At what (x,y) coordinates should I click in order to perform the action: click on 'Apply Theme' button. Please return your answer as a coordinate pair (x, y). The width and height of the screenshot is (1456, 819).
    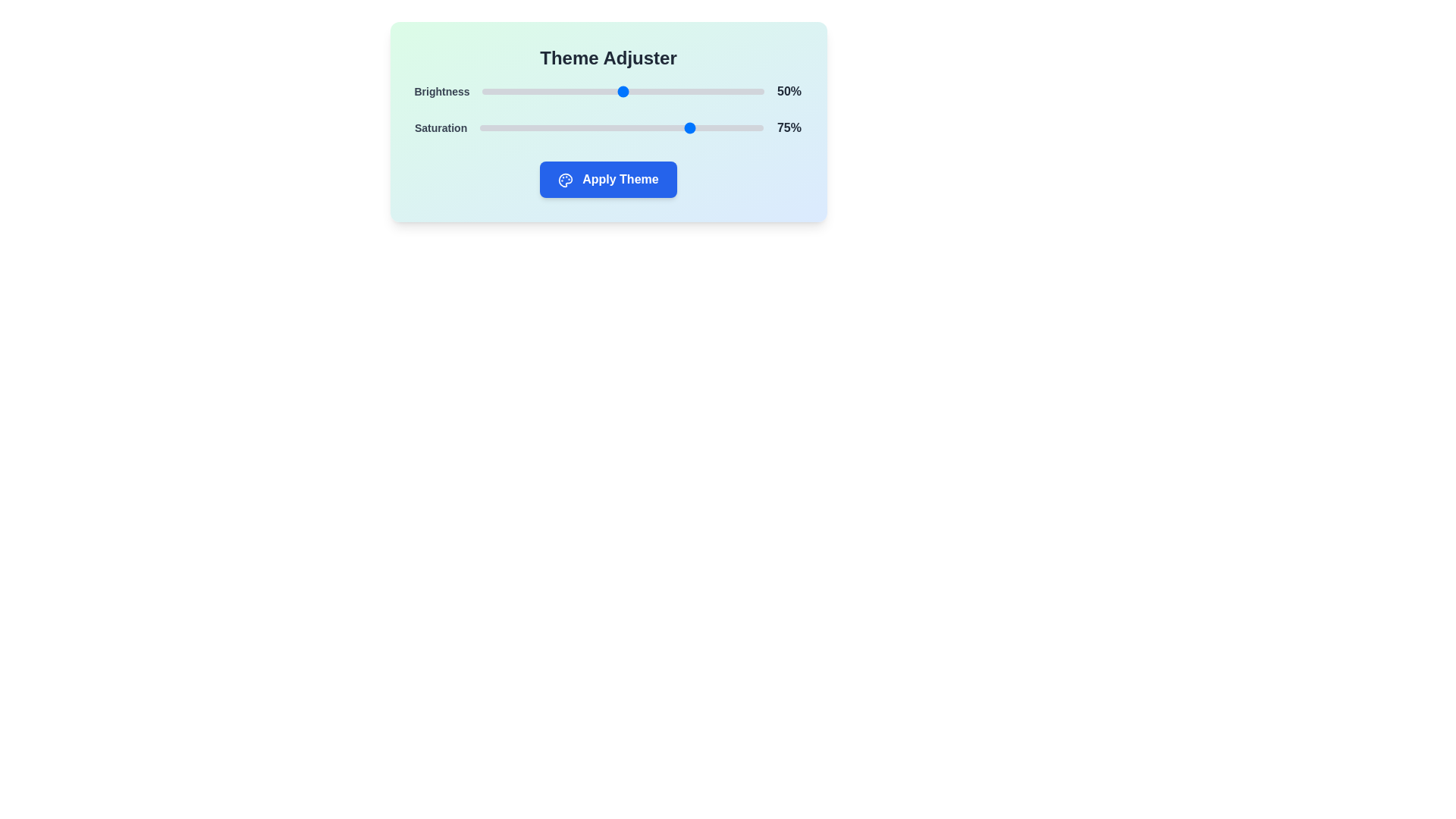
    Looking at the image, I should click on (608, 178).